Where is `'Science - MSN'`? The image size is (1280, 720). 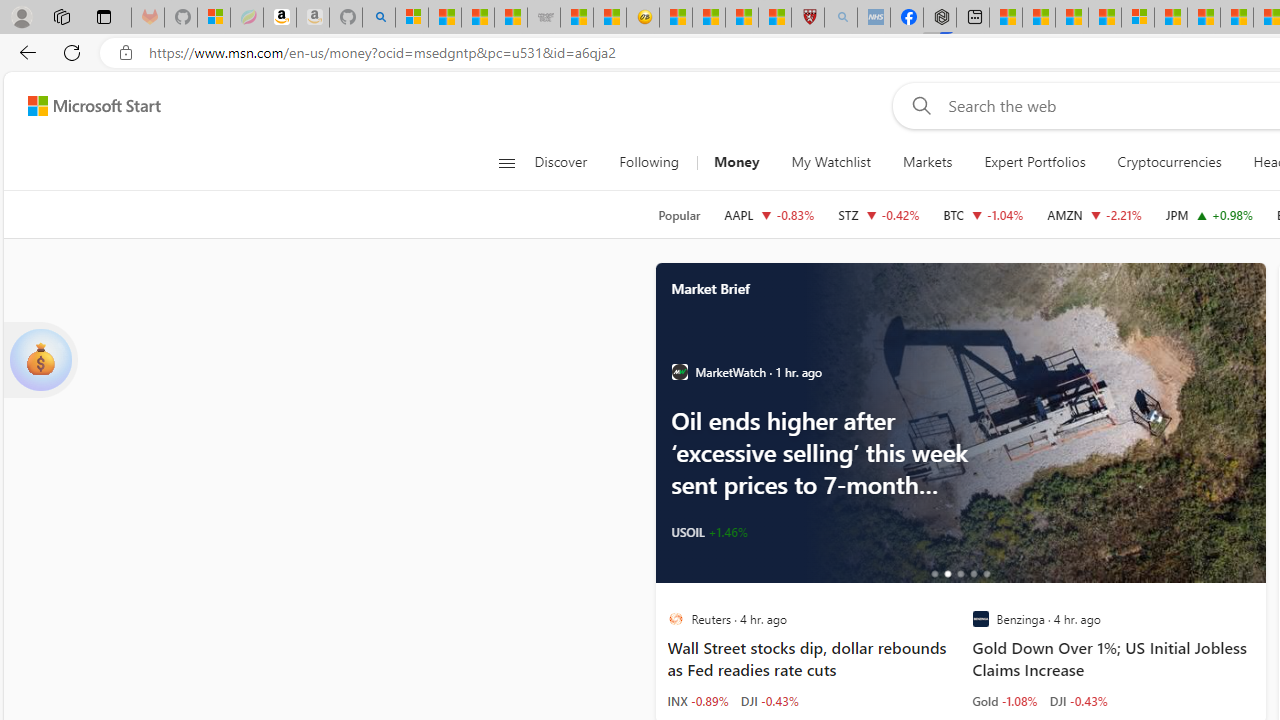
'Science - MSN' is located at coordinates (740, 17).